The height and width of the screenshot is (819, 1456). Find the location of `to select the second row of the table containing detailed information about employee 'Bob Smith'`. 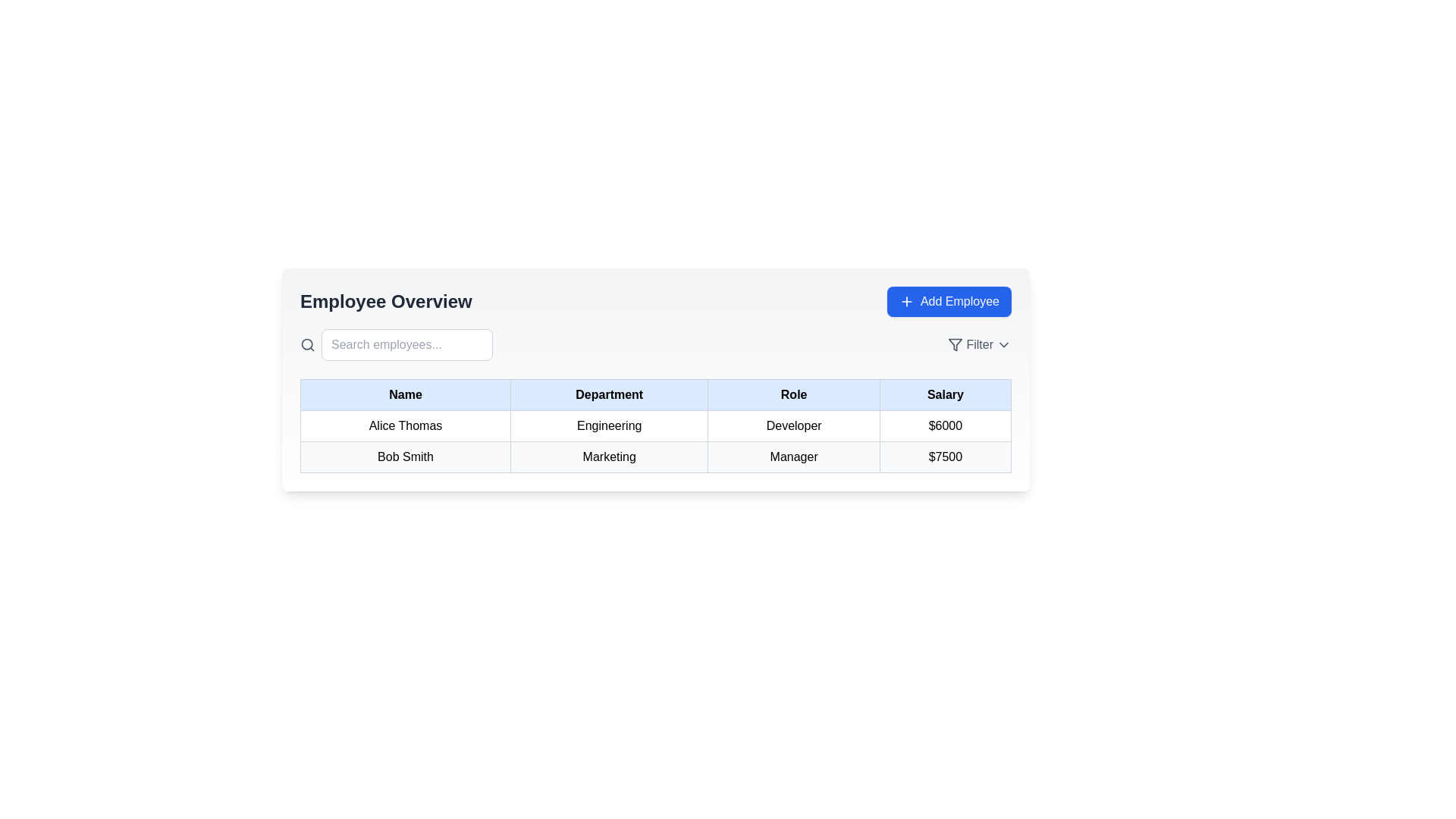

to select the second row of the table containing detailed information about employee 'Bob Smith' is located at coordinates (655, 441).